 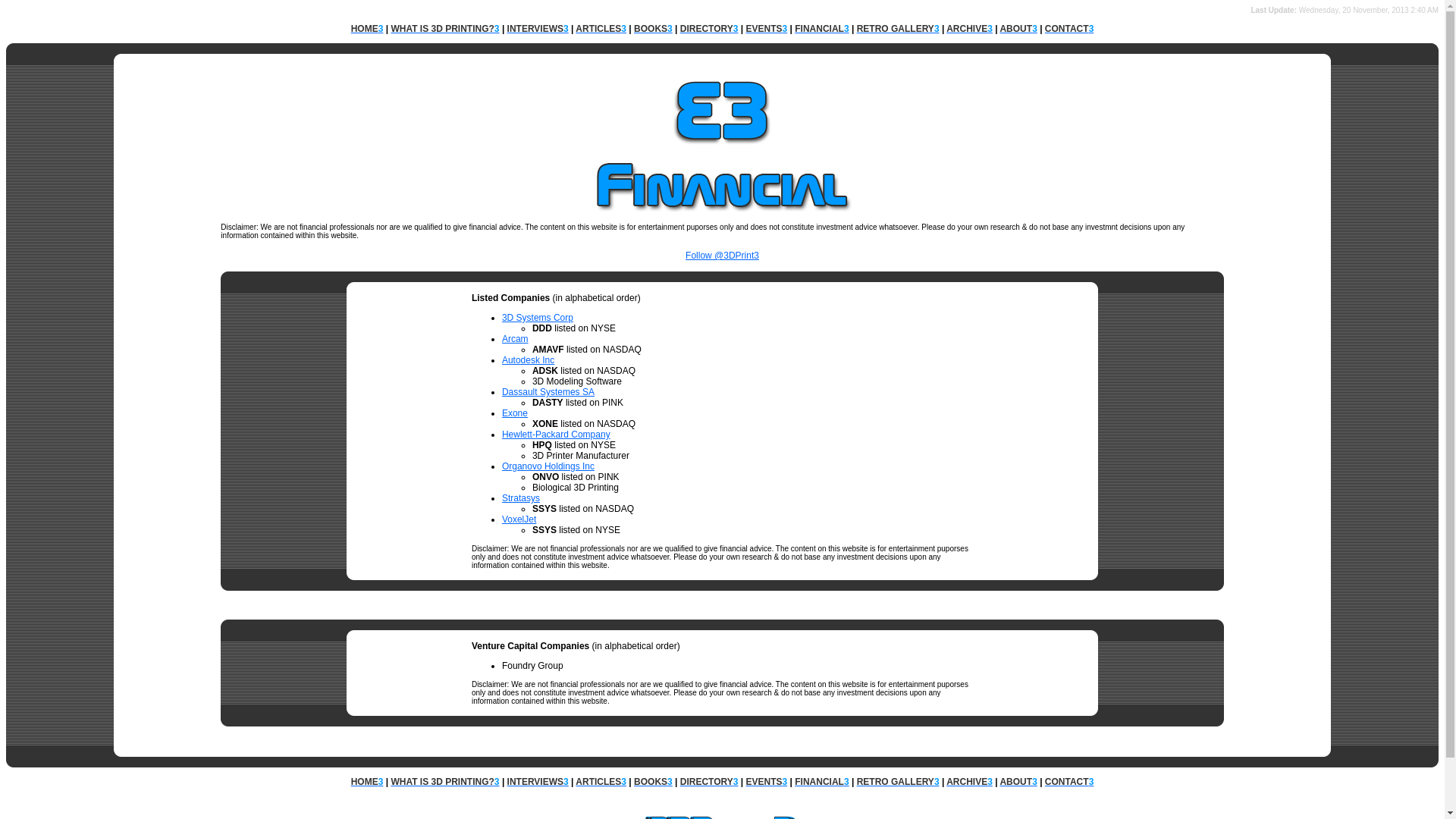 I want to click on 'Follow @3DPrint3', so click(x=721, y=259).